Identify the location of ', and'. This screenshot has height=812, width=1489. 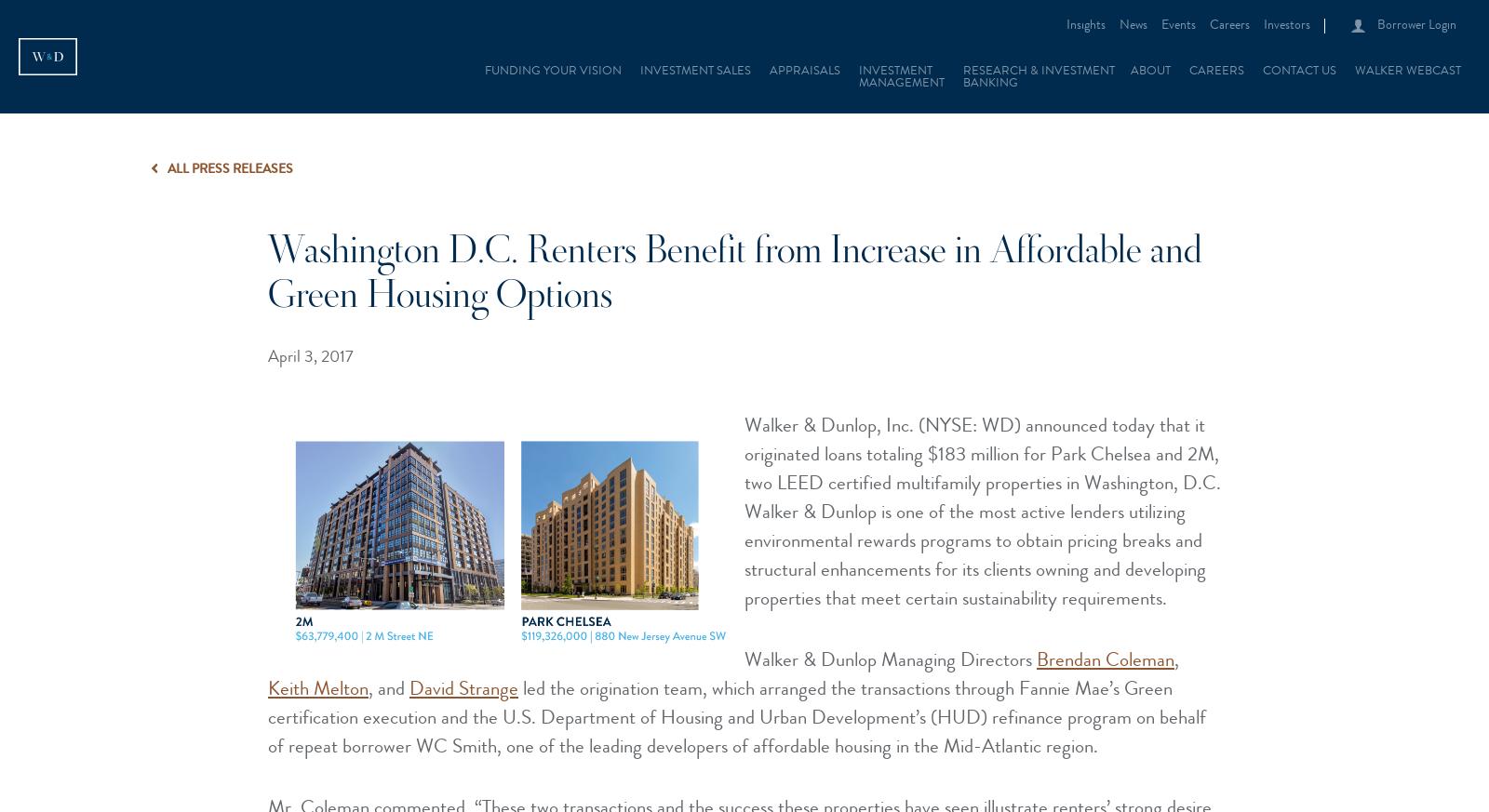
(387, 689).